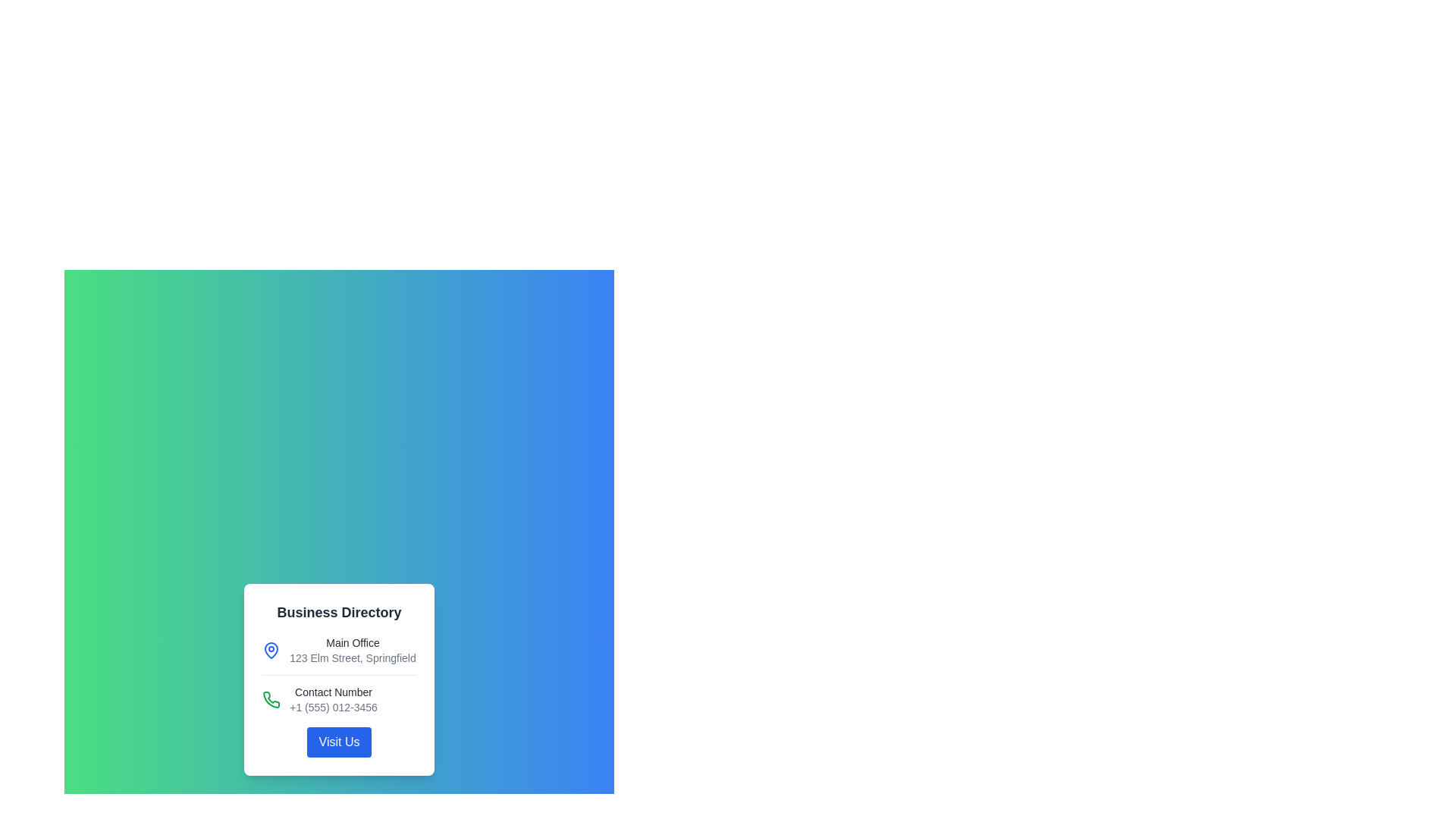  Describe the element at coordinates (338, 654) in the screenshot. I see `the text block labeled 'Main Office' with the address '123 Elm Street, Springfield' and a blue pin icon, located in the second row of the 'Business Directory' card` at that location.